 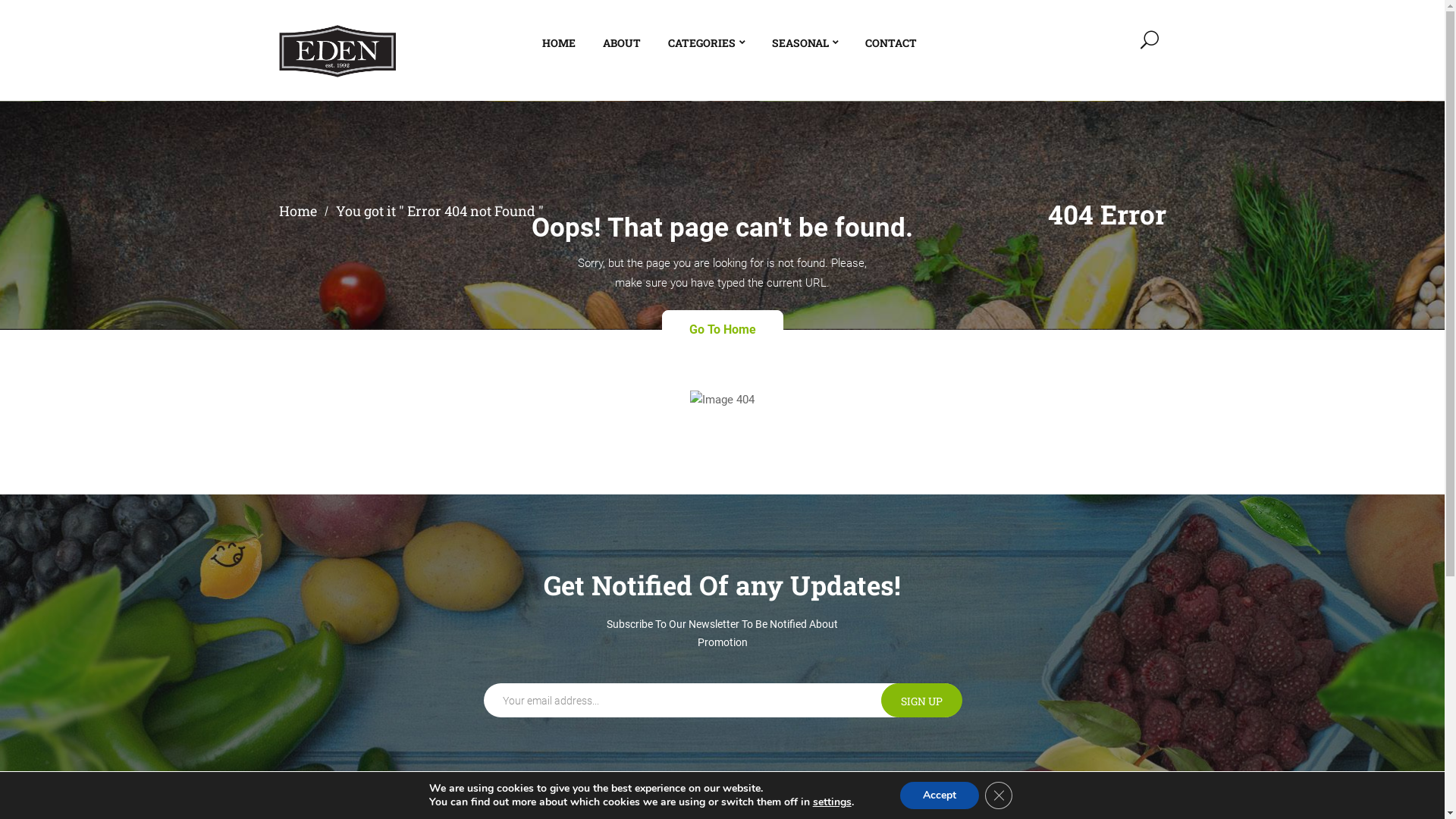 What do you see at coordinates (720, 328) in the screenshot?
I see `'Go To Home'` at bounding box center [720, 328].